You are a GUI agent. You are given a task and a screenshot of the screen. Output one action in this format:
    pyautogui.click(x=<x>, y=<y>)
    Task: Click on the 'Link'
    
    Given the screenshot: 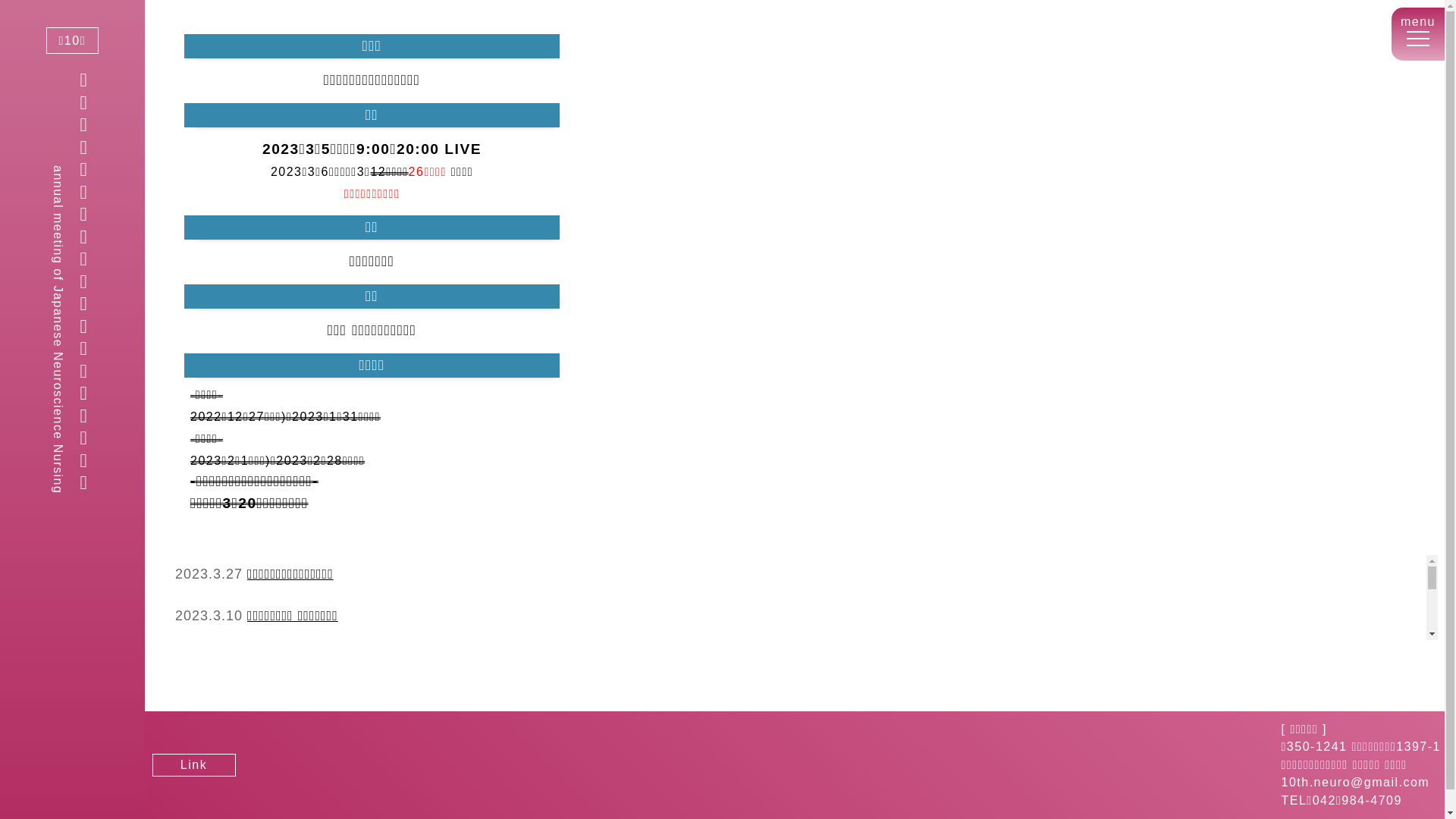 What is the action you would take?
    pyautogui.click(x=193, y=765)
    